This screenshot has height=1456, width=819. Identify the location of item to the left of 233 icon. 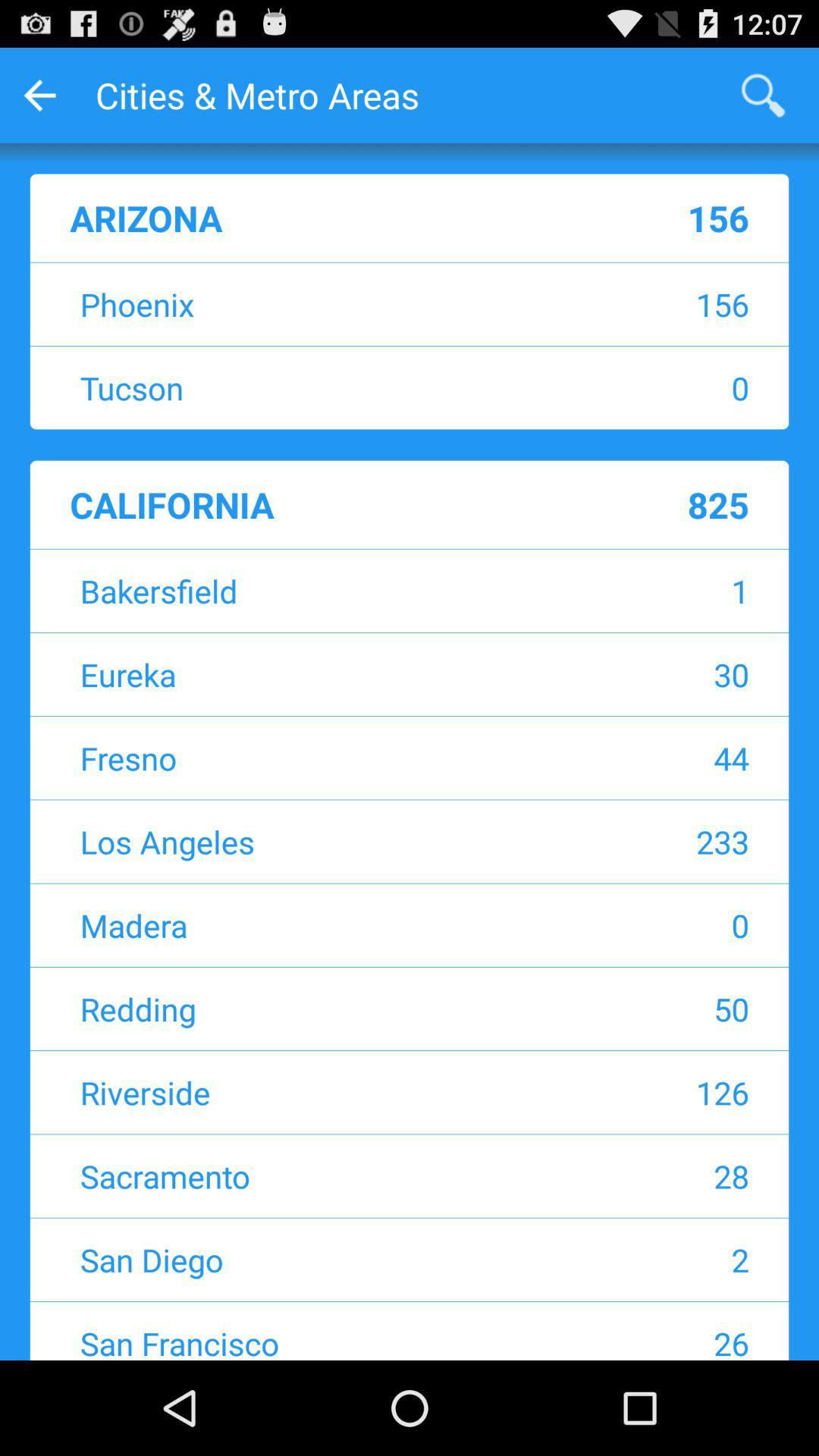
(314, 840).